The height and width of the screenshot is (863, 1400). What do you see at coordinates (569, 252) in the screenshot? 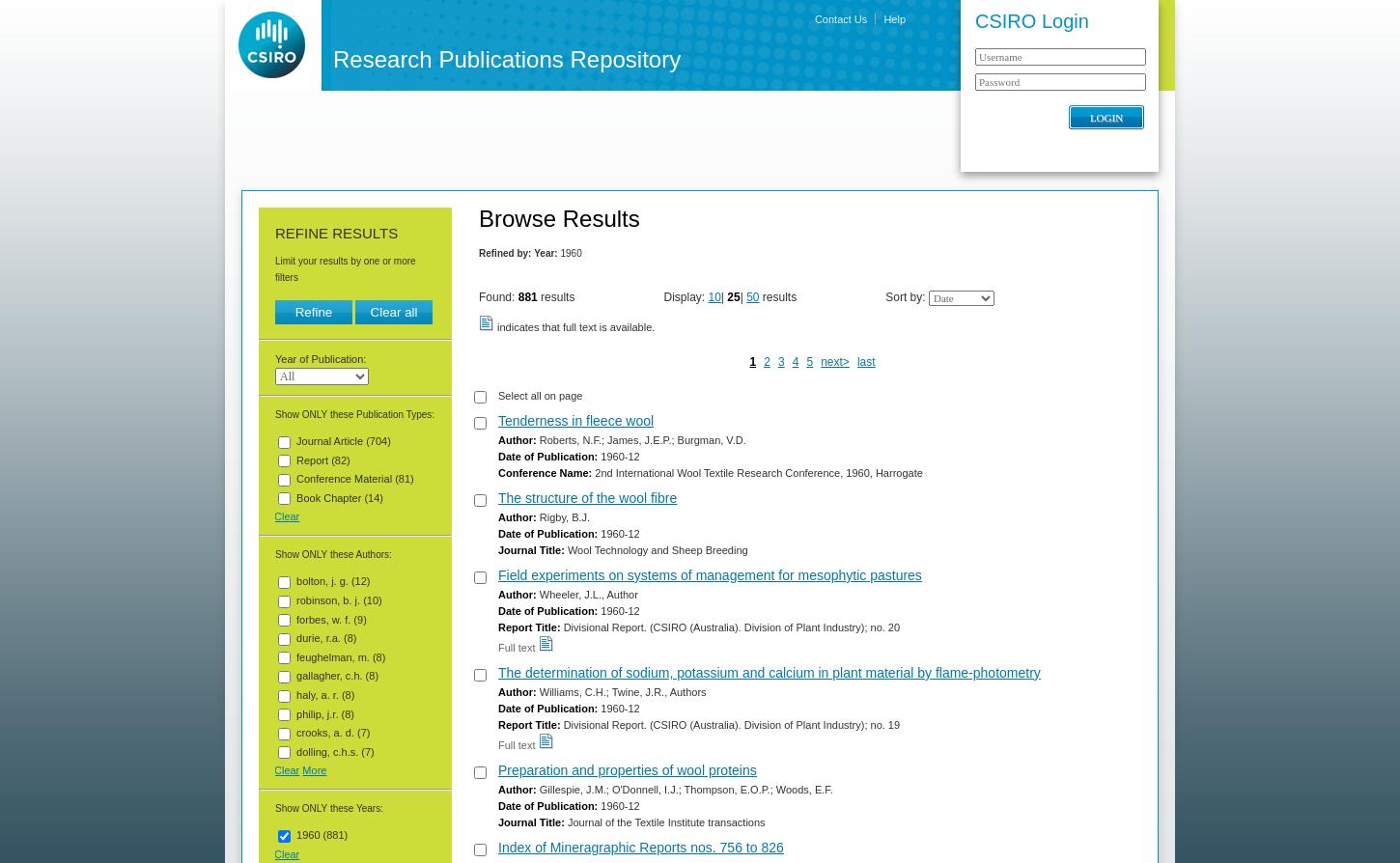
I see `'1960'` at bounding box center [569, 252].